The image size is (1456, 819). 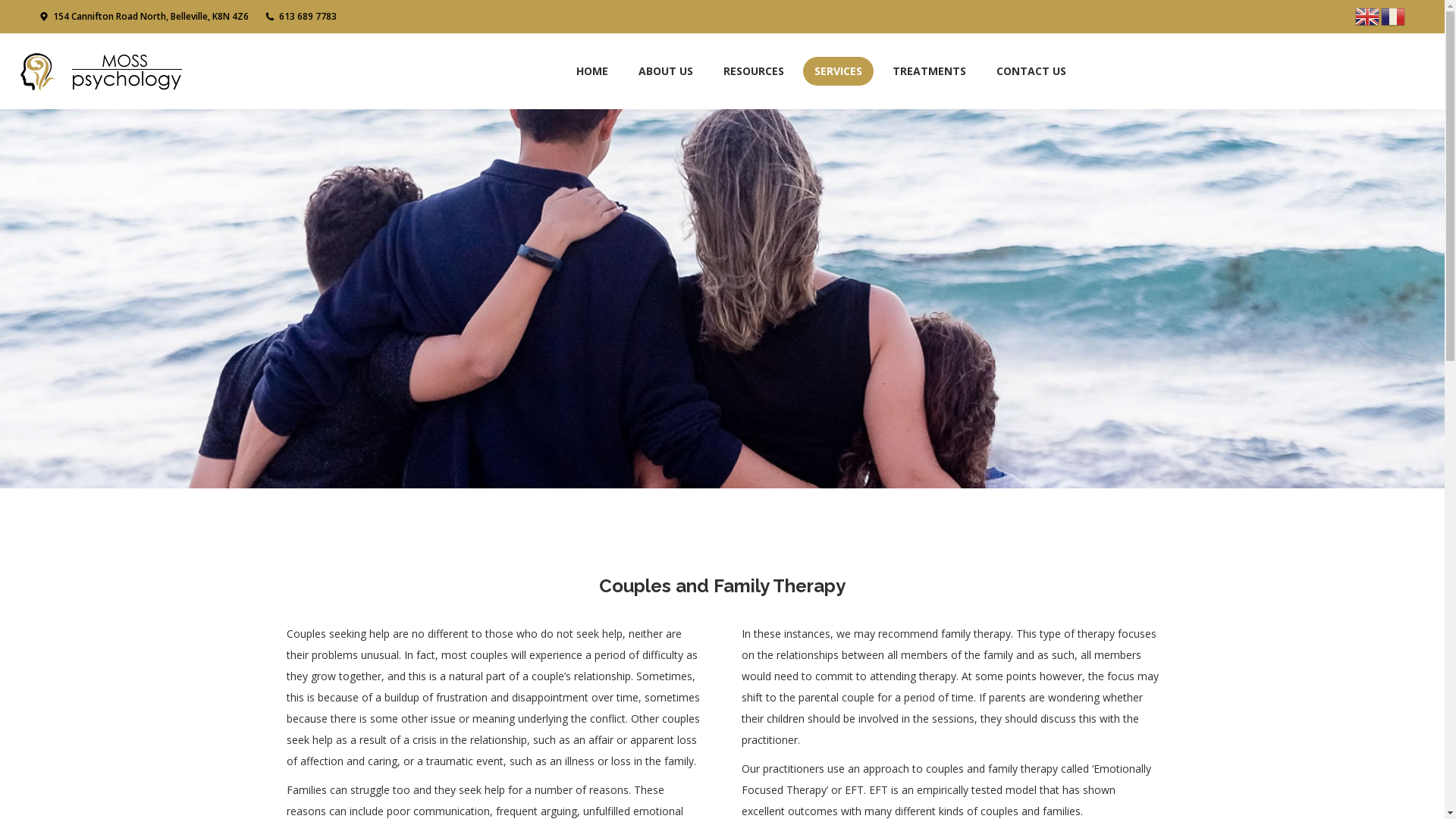 What do you see at coordinates (753, 71) in the screenshot?
I see `'RESOURCES'` at bounding box center [753, 71].